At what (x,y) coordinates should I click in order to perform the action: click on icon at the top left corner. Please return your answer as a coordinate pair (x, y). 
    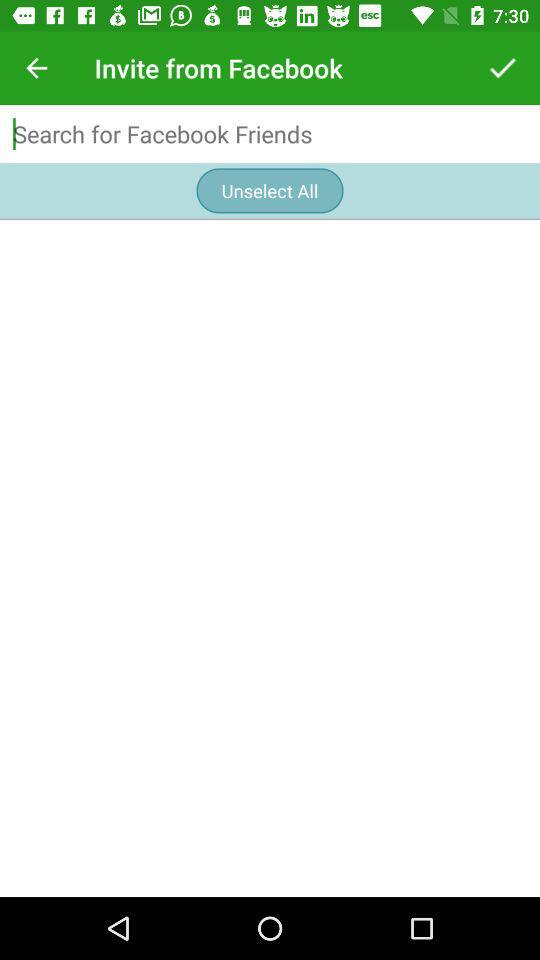
    Looking at the image, I should click on (36, 68).